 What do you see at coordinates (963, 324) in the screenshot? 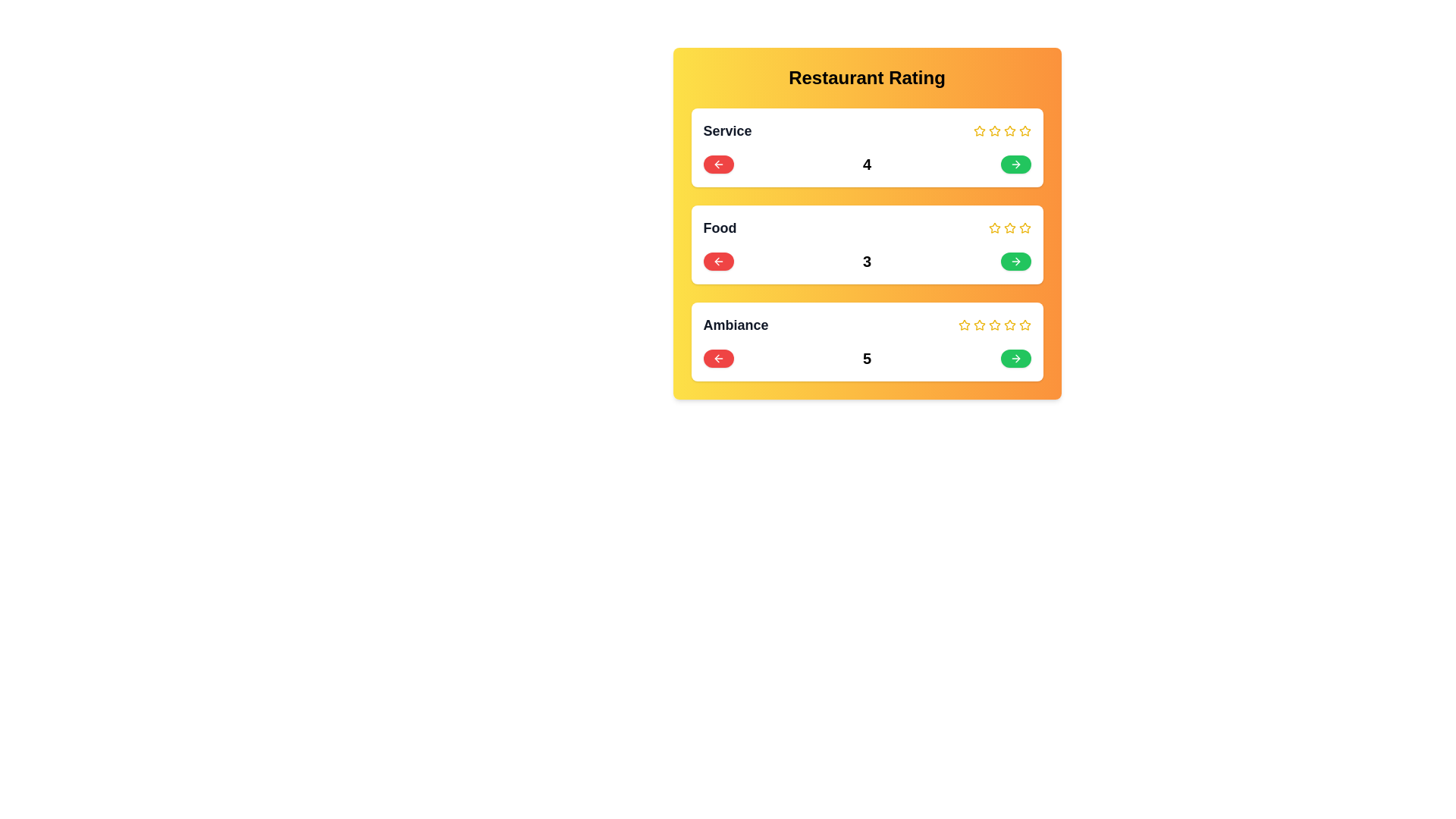
I see `the second yellow star in the Ambiance rating section` at bounding box center [963, 324].